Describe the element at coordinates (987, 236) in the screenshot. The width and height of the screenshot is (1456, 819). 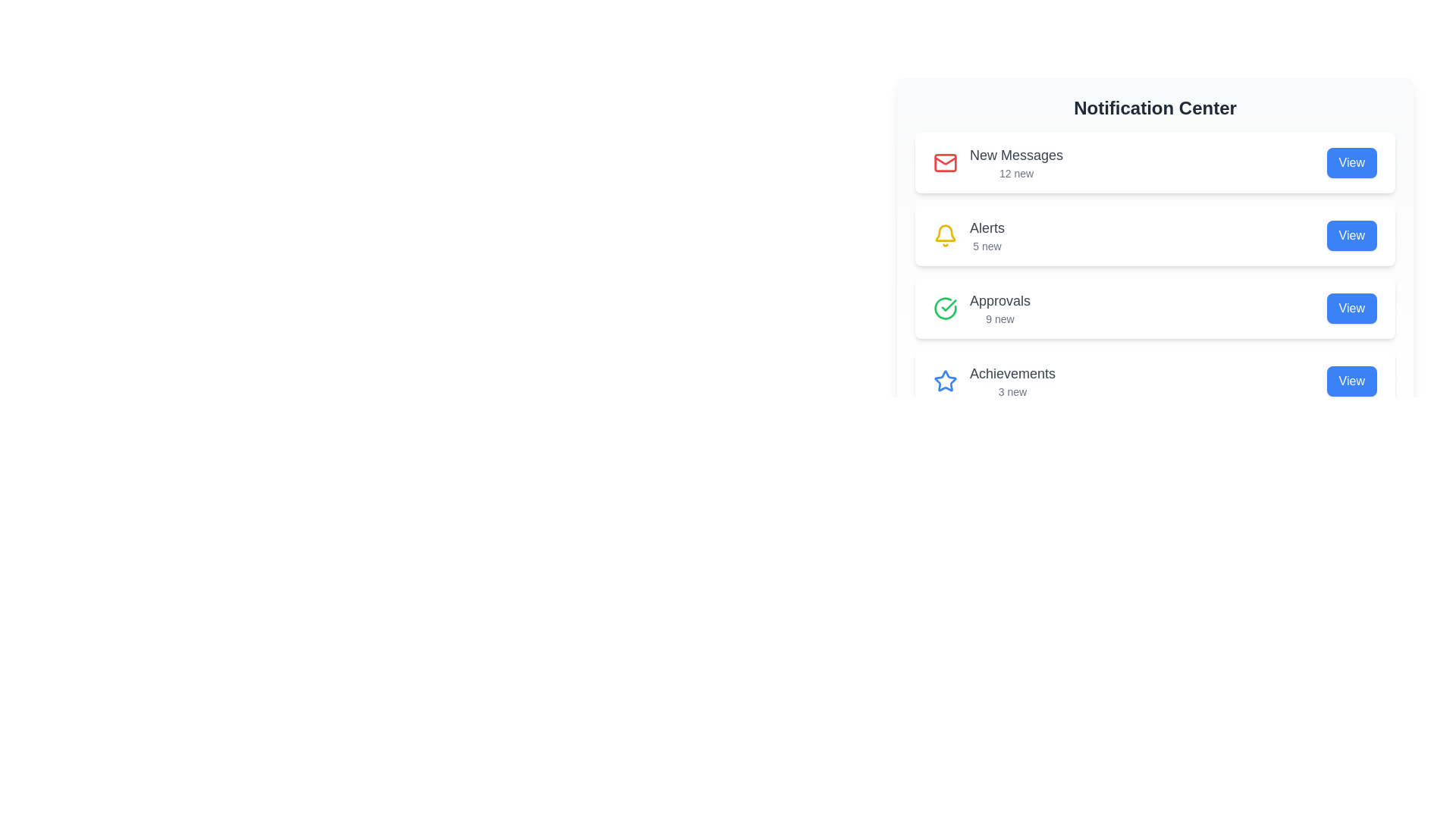
I see `the text label in the notification row` at that location.